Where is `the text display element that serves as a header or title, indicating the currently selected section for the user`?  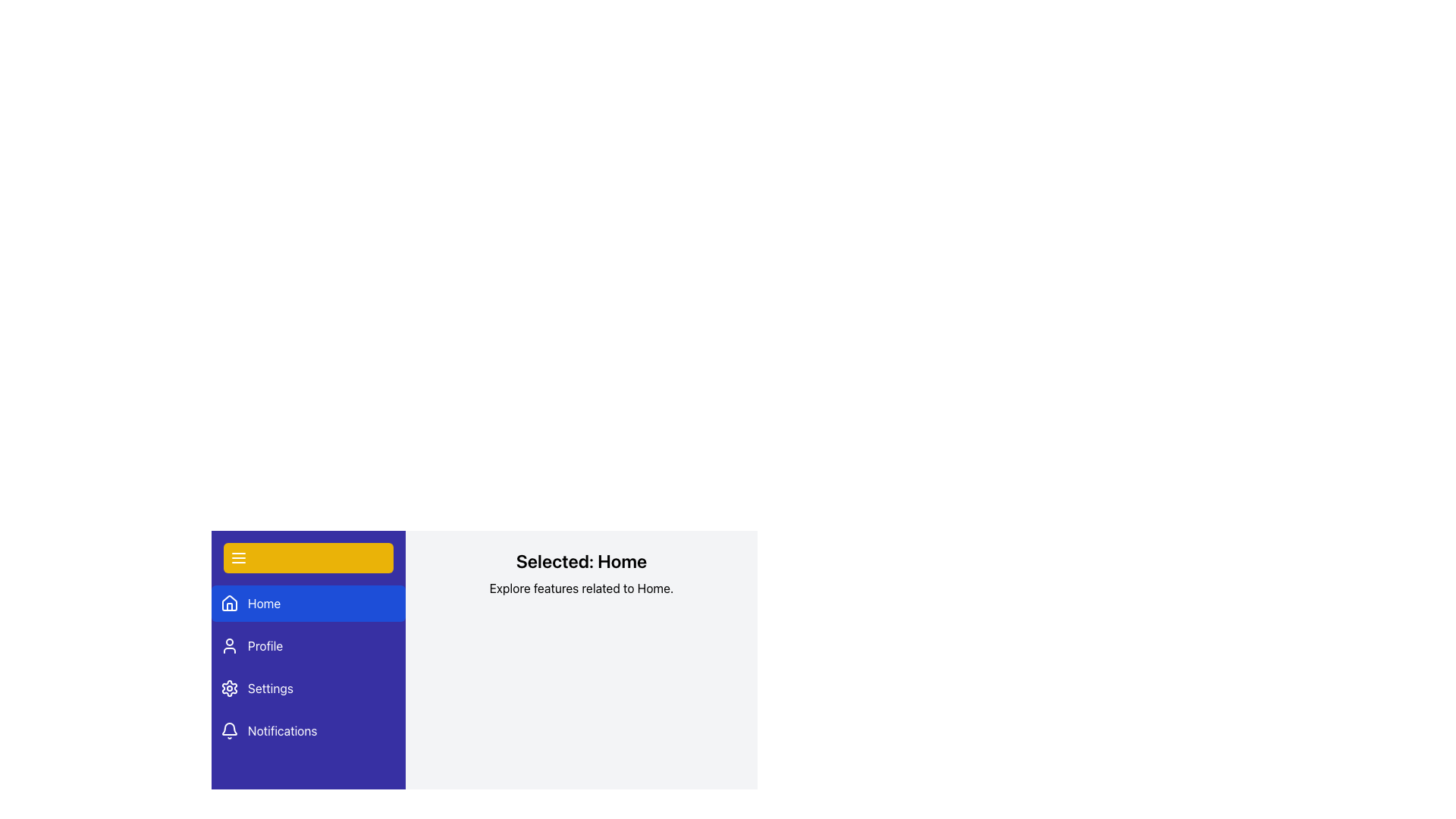 the text display element that serves as a header or title, indicating the currently selected section for the user is located at coordinates (581, 561).